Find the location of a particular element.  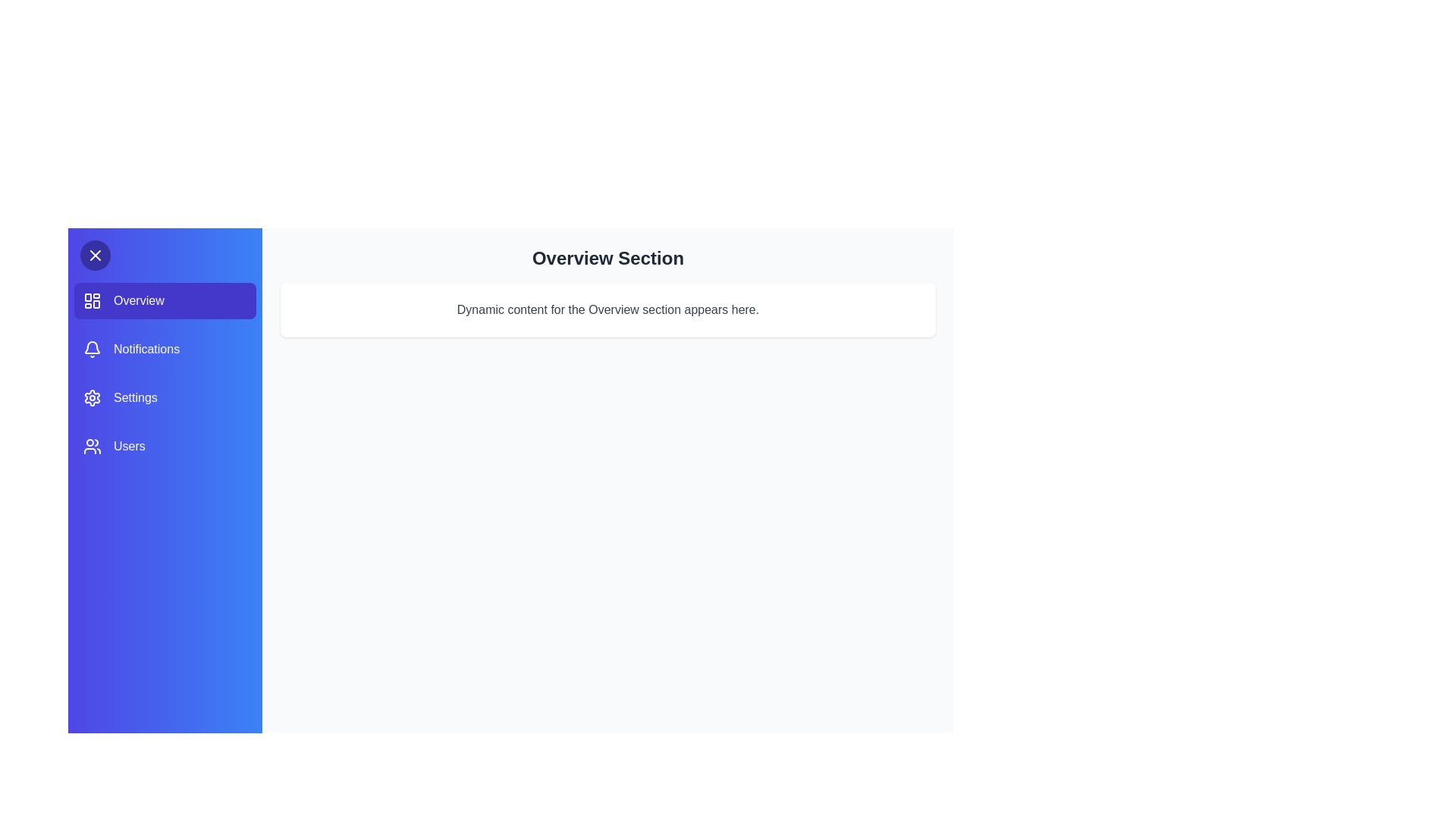

the sidebar section Overview is located at coordinates (165, 301).